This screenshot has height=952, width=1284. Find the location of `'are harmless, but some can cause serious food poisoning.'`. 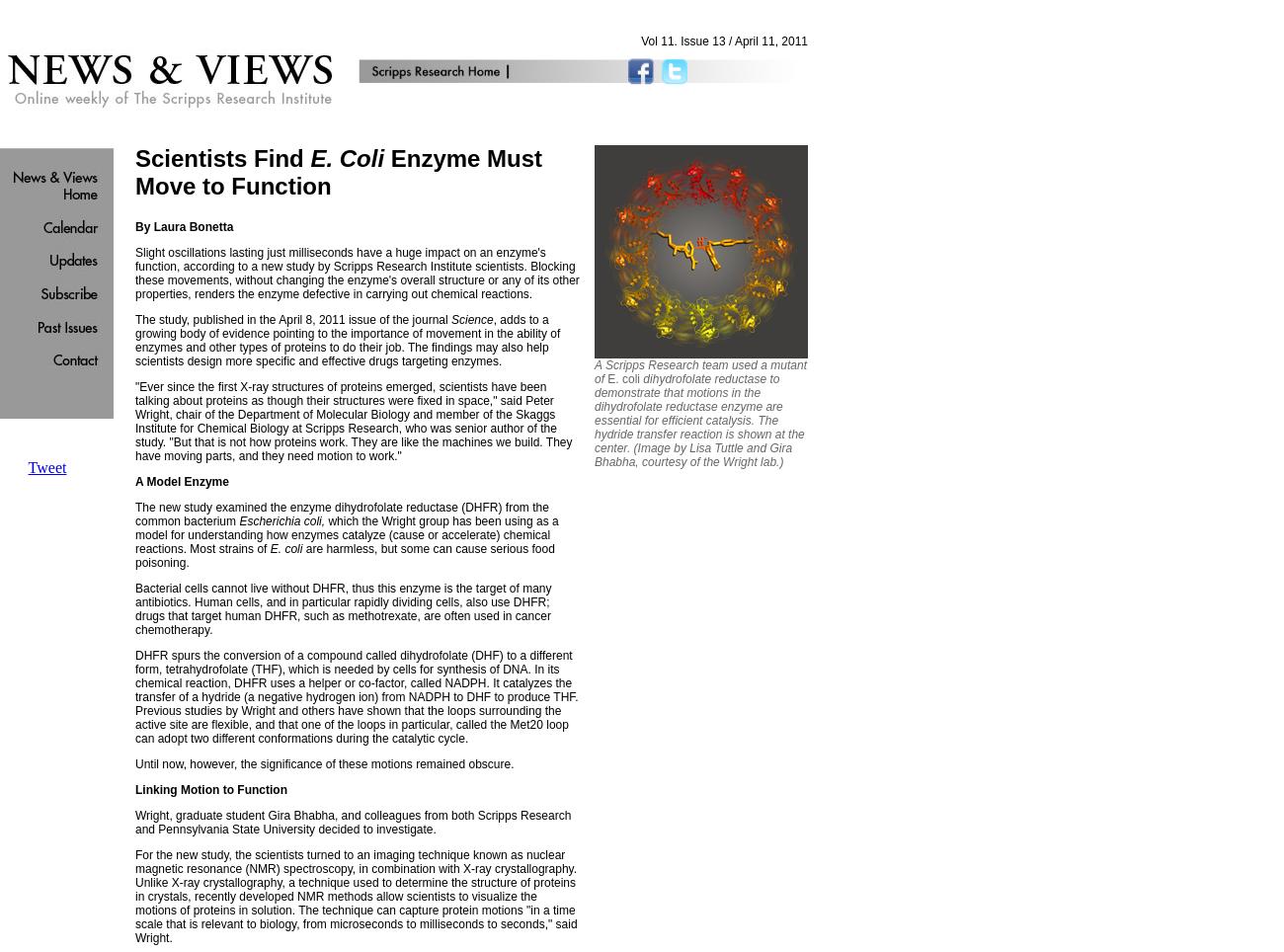

'are harmless, but some can cause serious food poisoning.' is located at coordinates (344, 555).